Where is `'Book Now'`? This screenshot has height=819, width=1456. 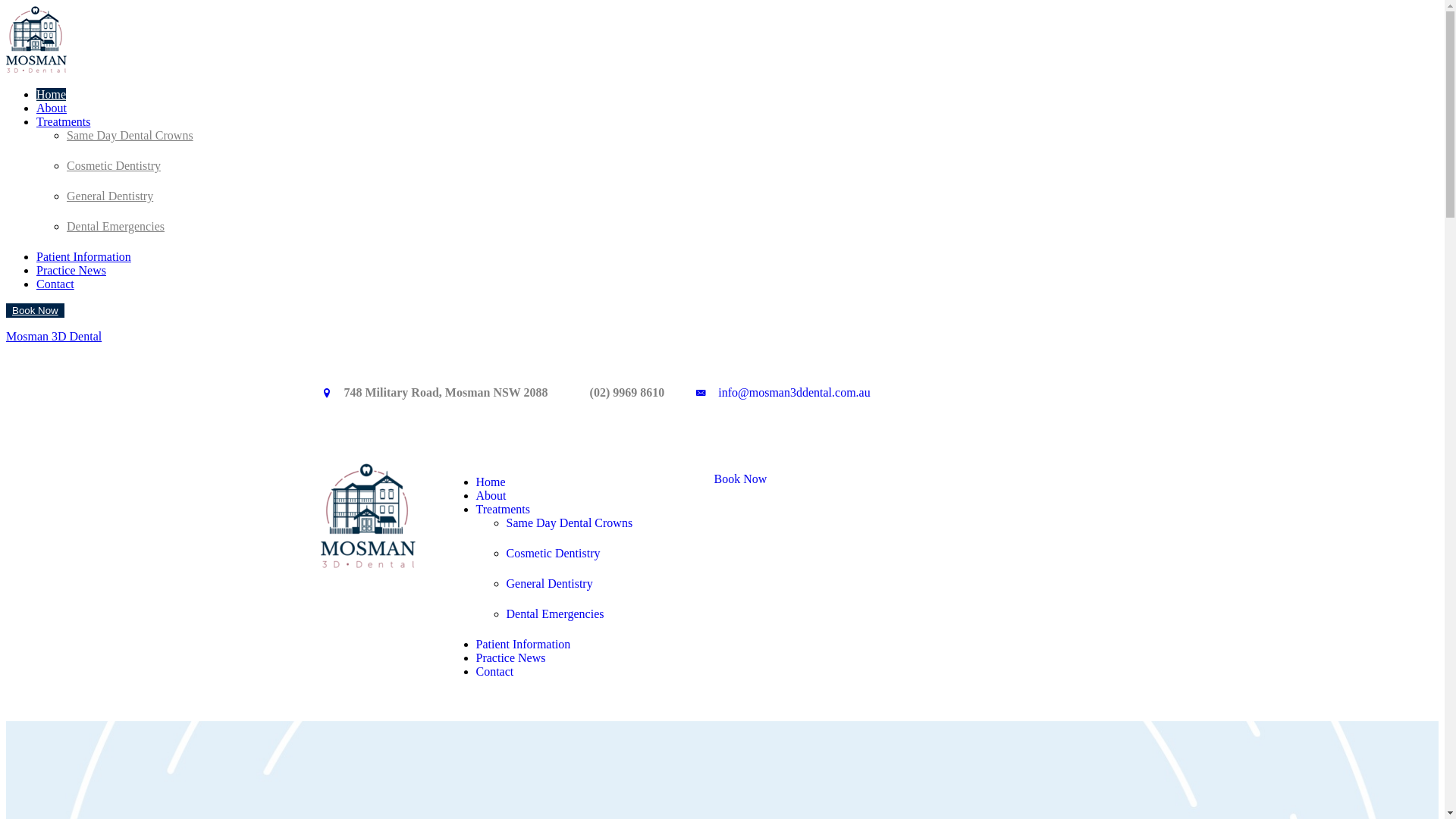 'Book Now' is located at coordinates (35, 309).